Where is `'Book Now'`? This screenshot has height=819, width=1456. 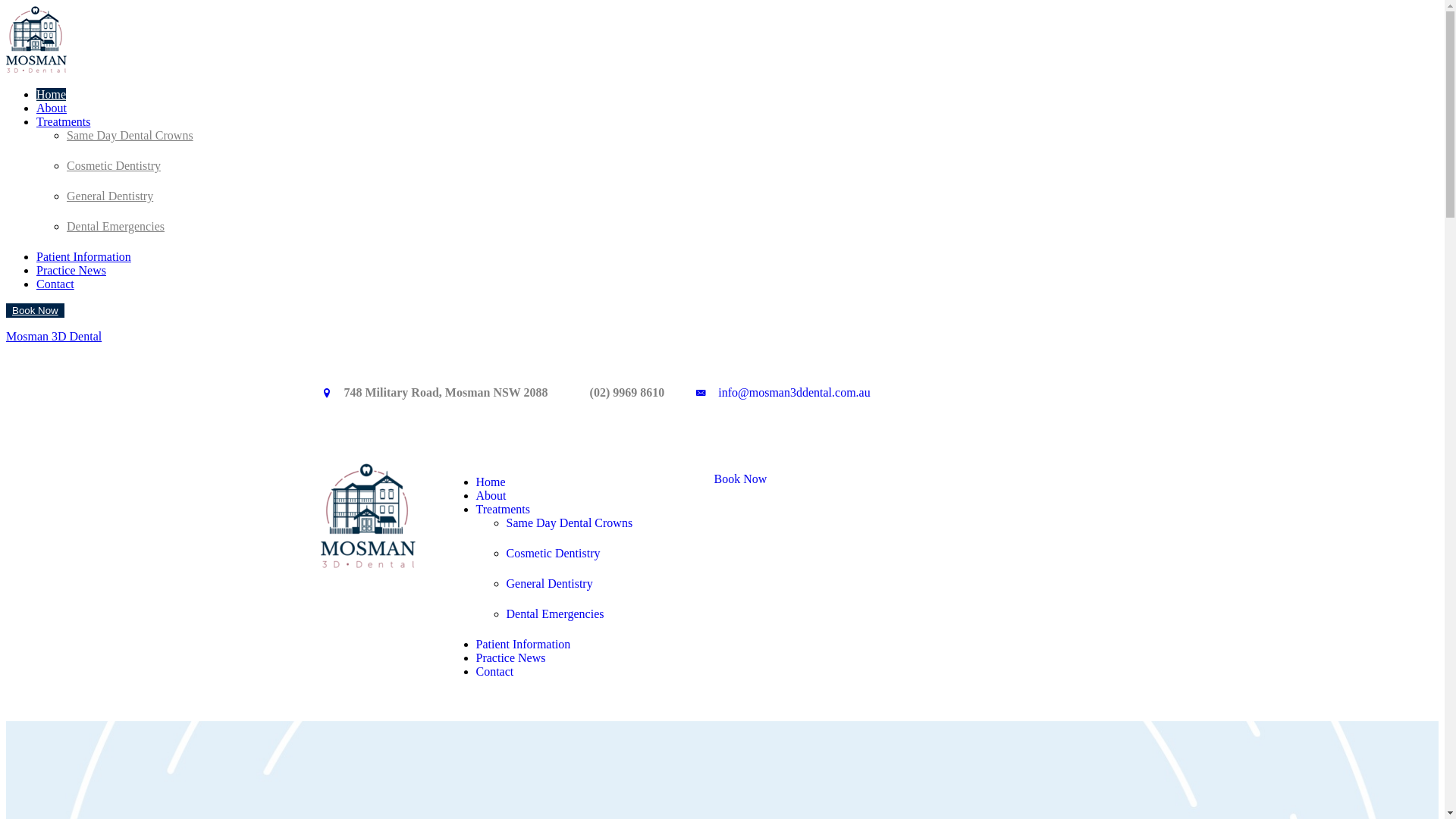 'Book Now' is located at coordinates (35, 309).